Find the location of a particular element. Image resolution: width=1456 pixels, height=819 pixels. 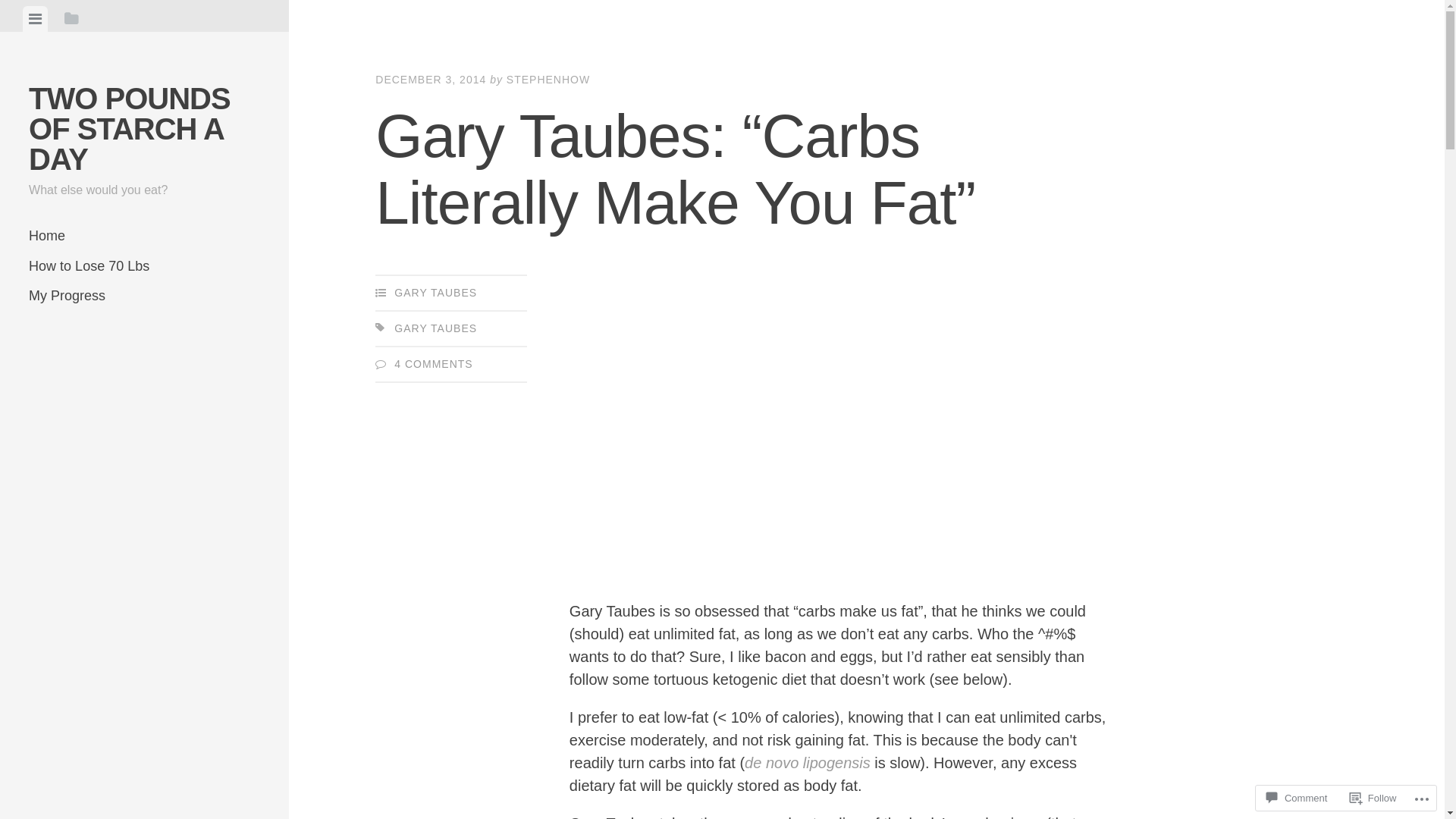

'Comment' is located at coordinates (1295, 797).